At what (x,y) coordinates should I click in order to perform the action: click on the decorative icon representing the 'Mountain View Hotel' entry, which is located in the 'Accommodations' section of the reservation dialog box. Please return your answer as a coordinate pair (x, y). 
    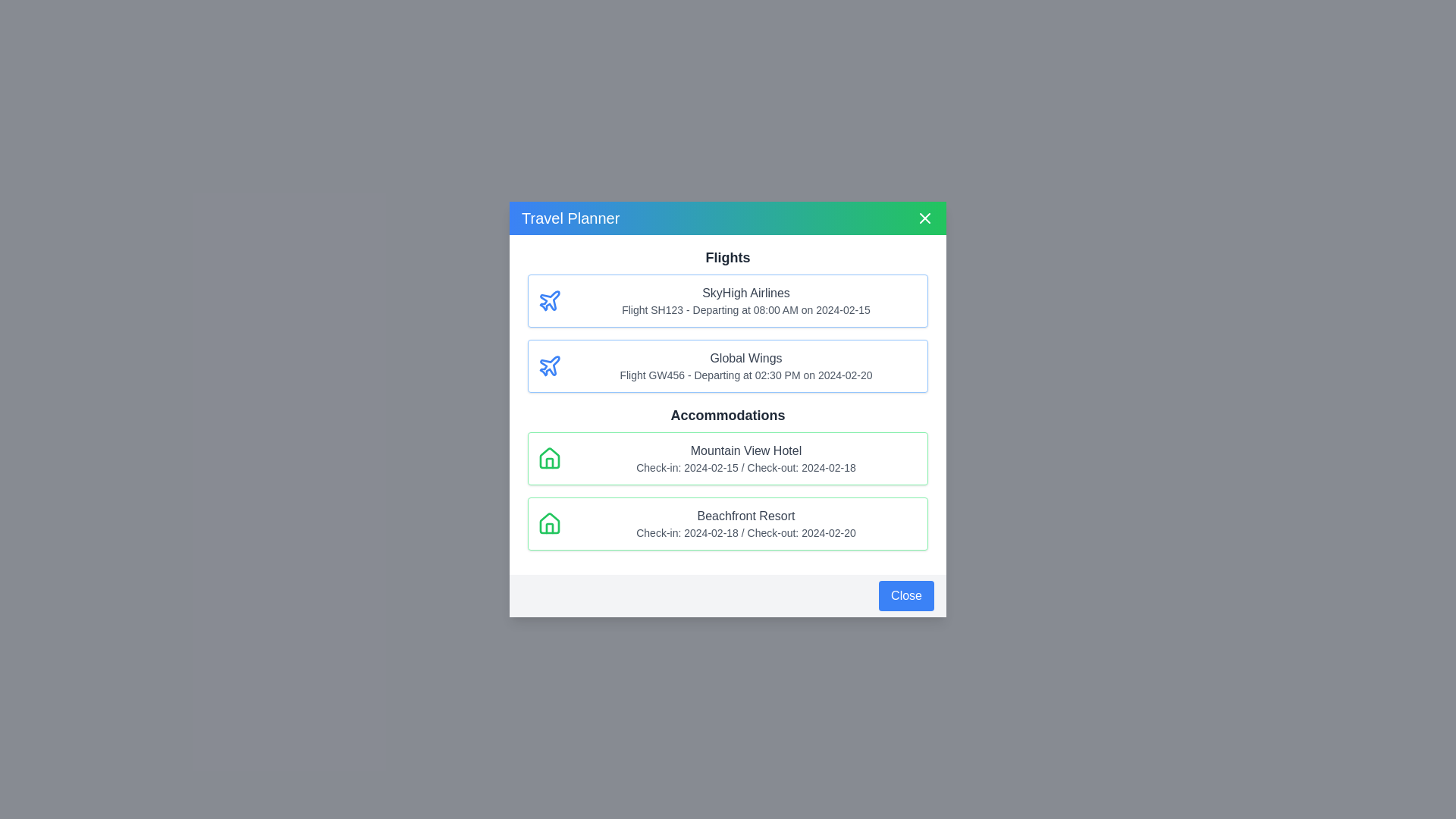
    Looking at the image, I should click on (548, 458).